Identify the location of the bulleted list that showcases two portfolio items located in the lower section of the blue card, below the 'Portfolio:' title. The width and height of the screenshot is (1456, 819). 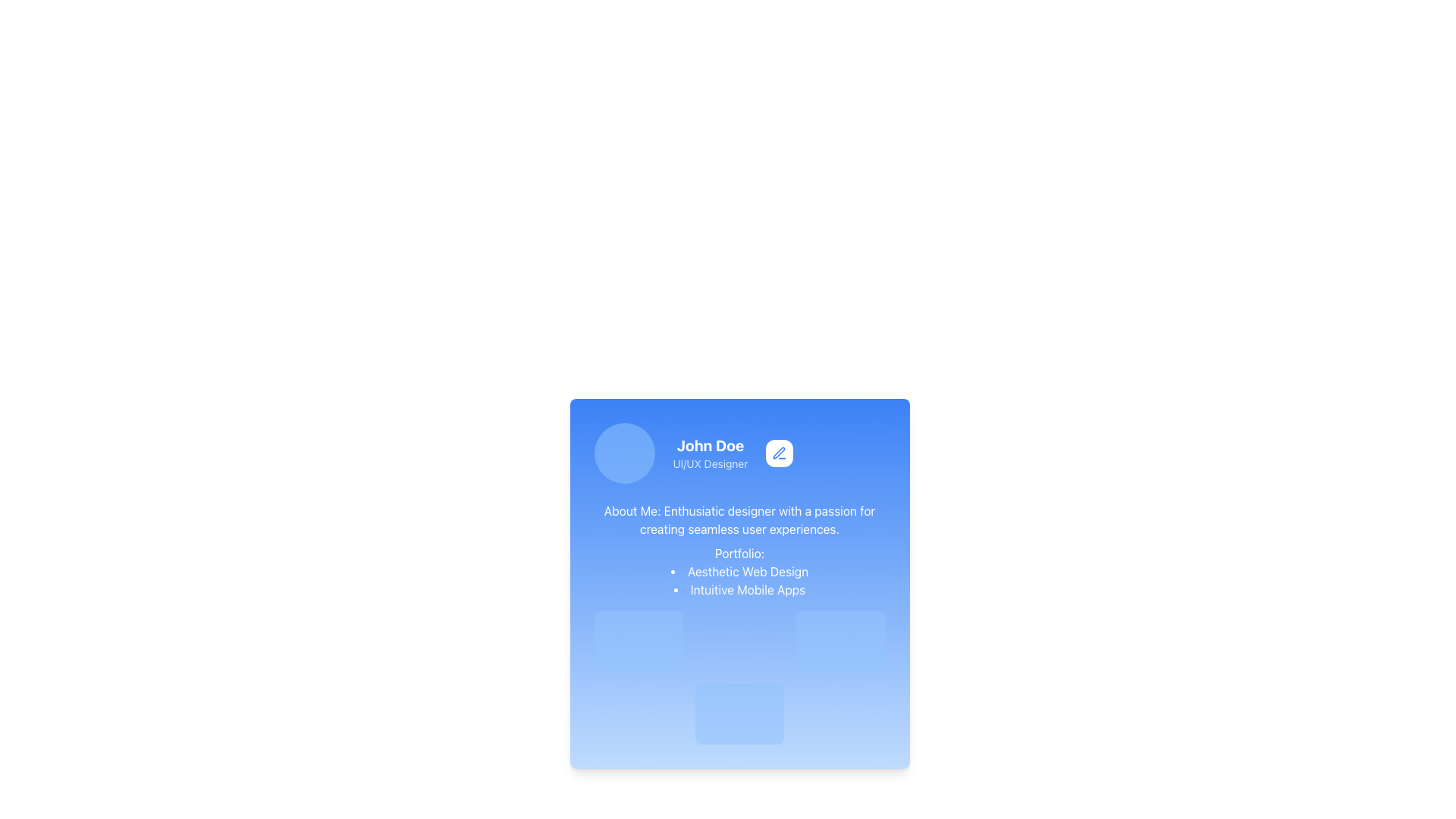
(739, 580).